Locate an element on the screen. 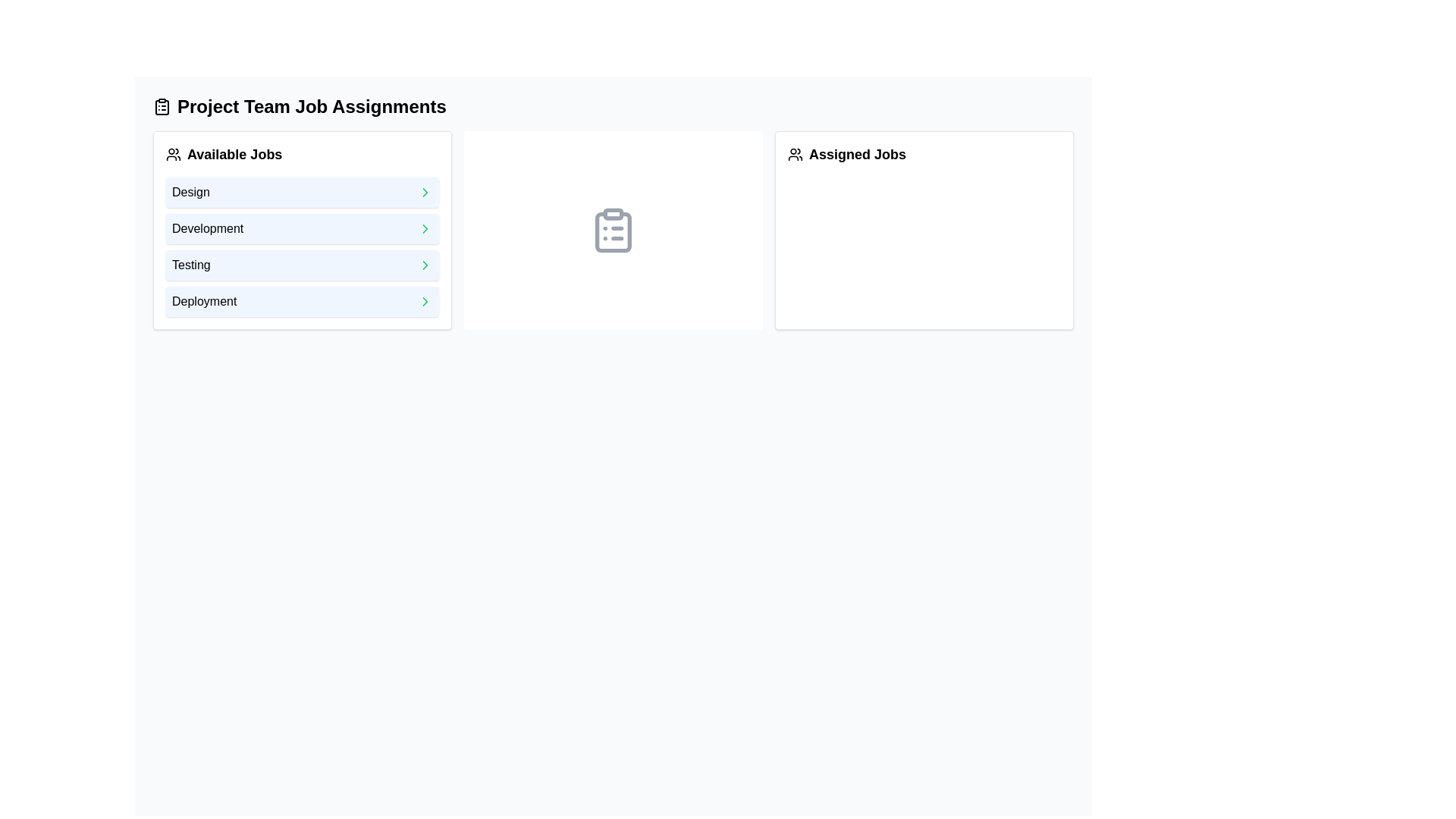 This screenshot has height=819, width=1456. the chevron icon at the end of the 'Development' row in the 'Available Jobs' list is located at coordinates (425, 228).